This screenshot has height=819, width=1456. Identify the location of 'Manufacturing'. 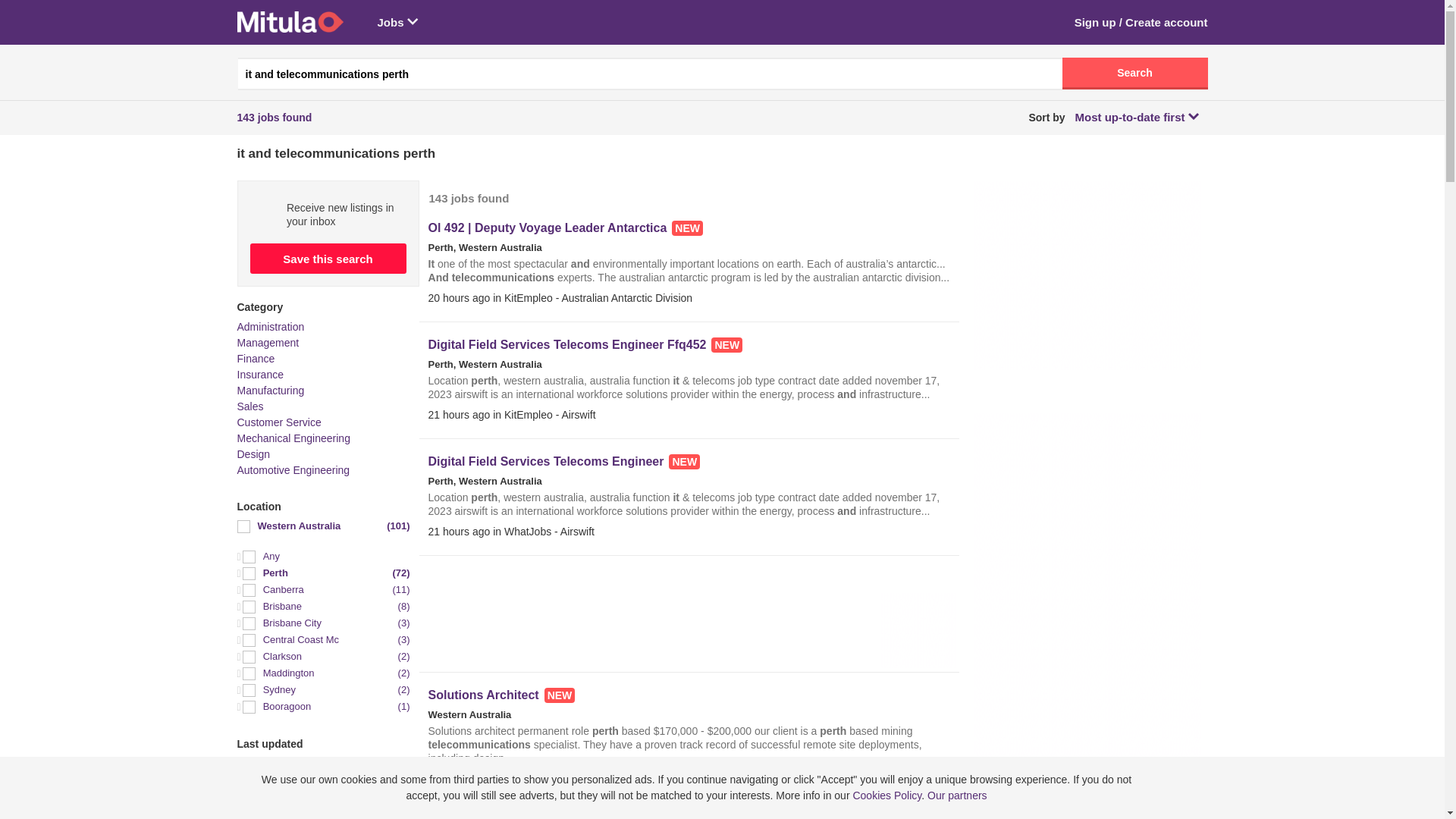
(270, 390).